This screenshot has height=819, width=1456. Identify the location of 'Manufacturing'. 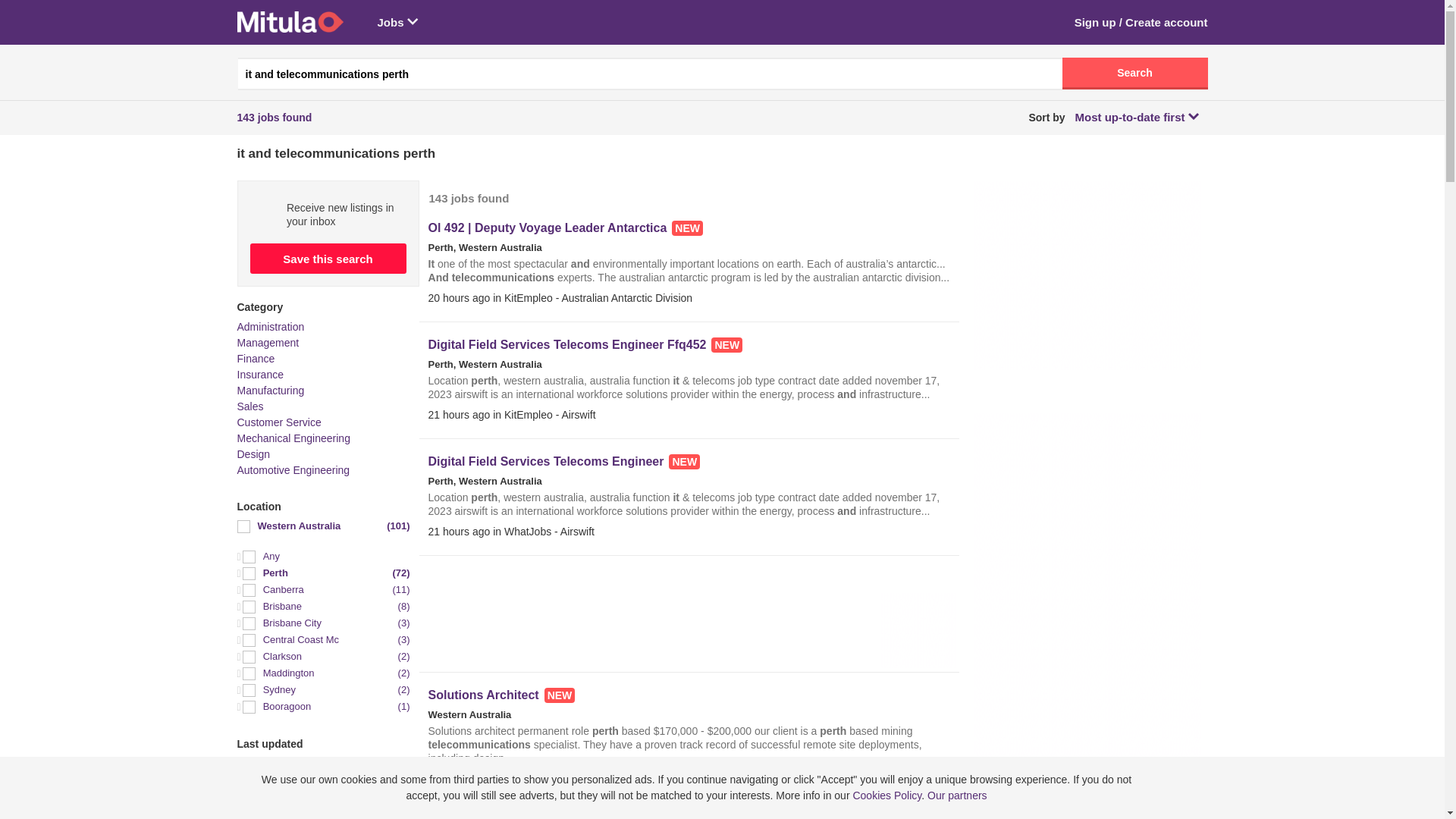
(270, 390).